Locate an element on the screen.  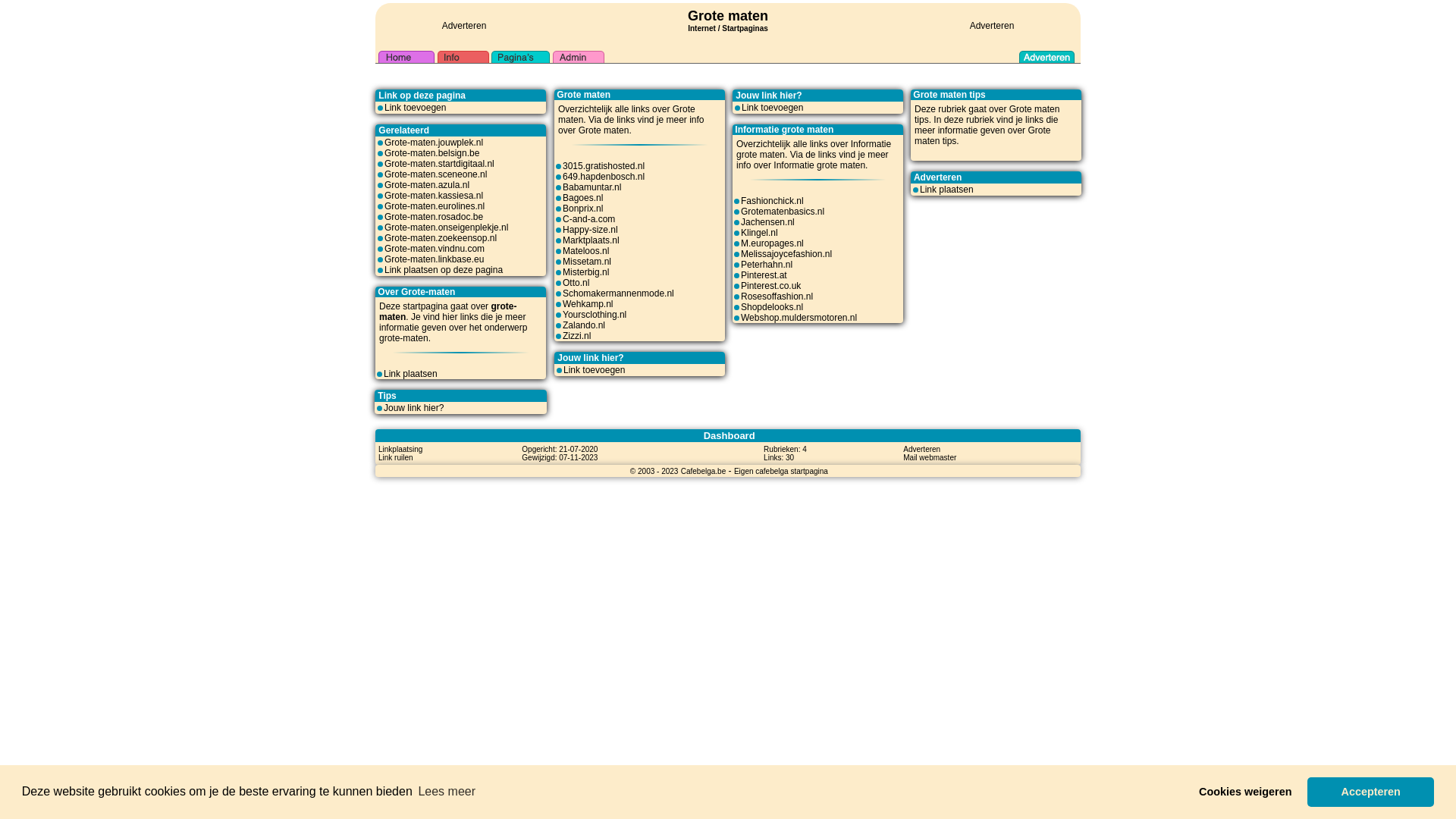
'Cookies weigeren' is located at coordinates (1245, 791).